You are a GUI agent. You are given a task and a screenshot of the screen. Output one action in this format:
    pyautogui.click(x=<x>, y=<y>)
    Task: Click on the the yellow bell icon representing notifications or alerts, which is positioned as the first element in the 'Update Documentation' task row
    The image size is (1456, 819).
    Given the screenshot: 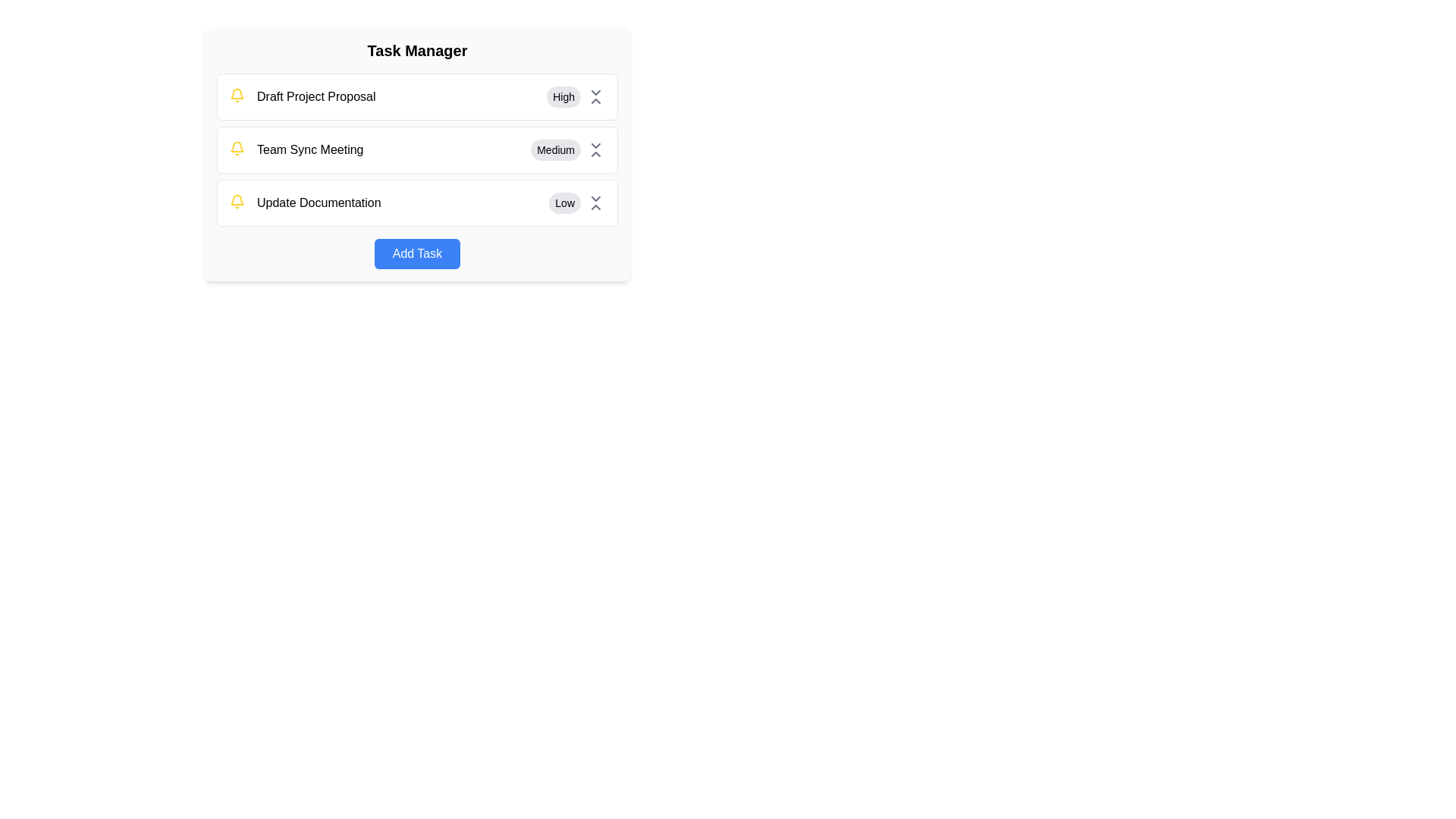 What is the action you would take?
    pyautogui.click(x=236, y=201)
    